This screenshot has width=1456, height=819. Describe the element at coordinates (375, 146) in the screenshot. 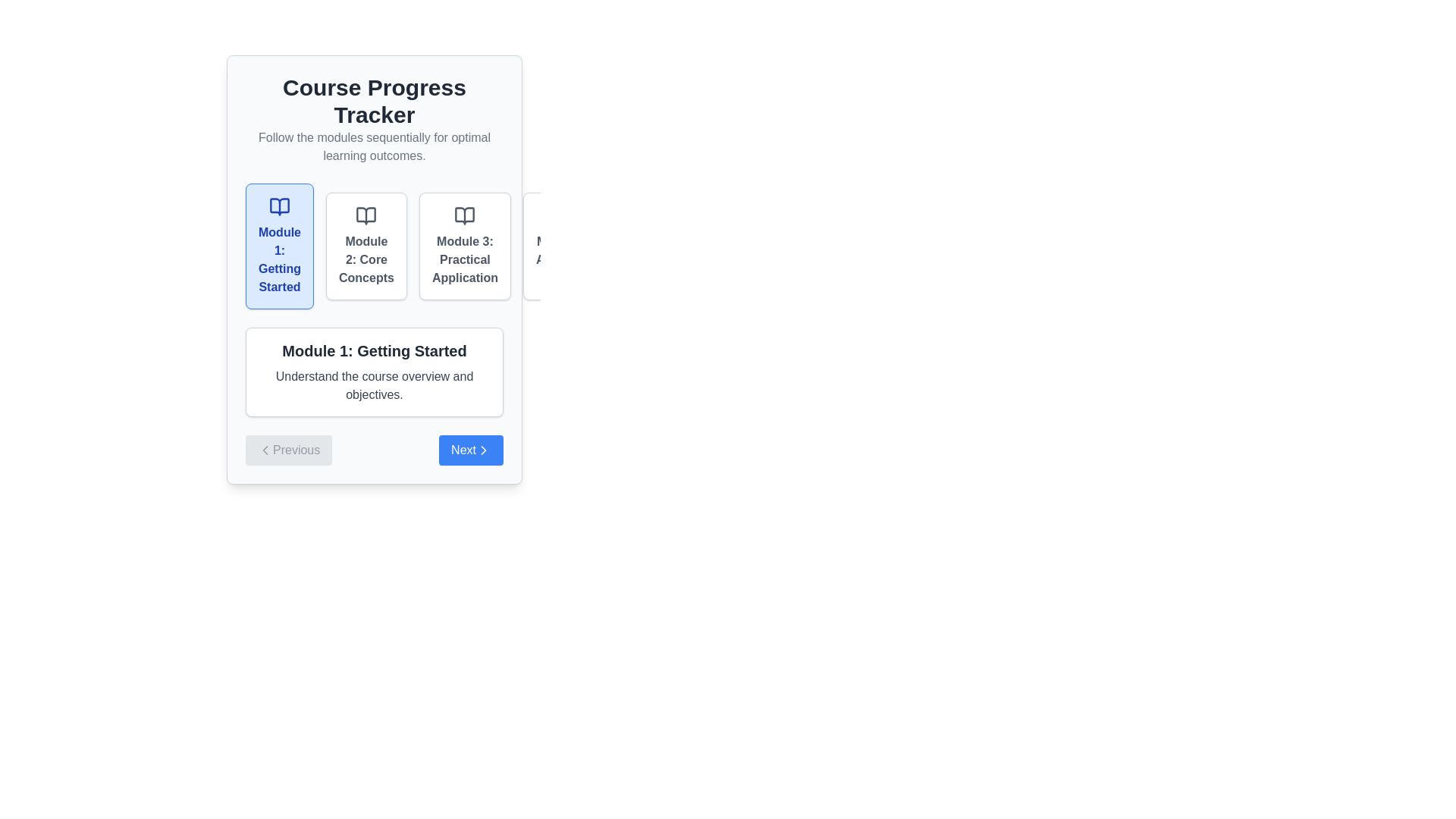

I see `the static text label that reads 'Follow the modules sequentially for optimal learning outcomes.' which is styled in gray color and located below the bold title 'Course Progress Tracker'` at that location.